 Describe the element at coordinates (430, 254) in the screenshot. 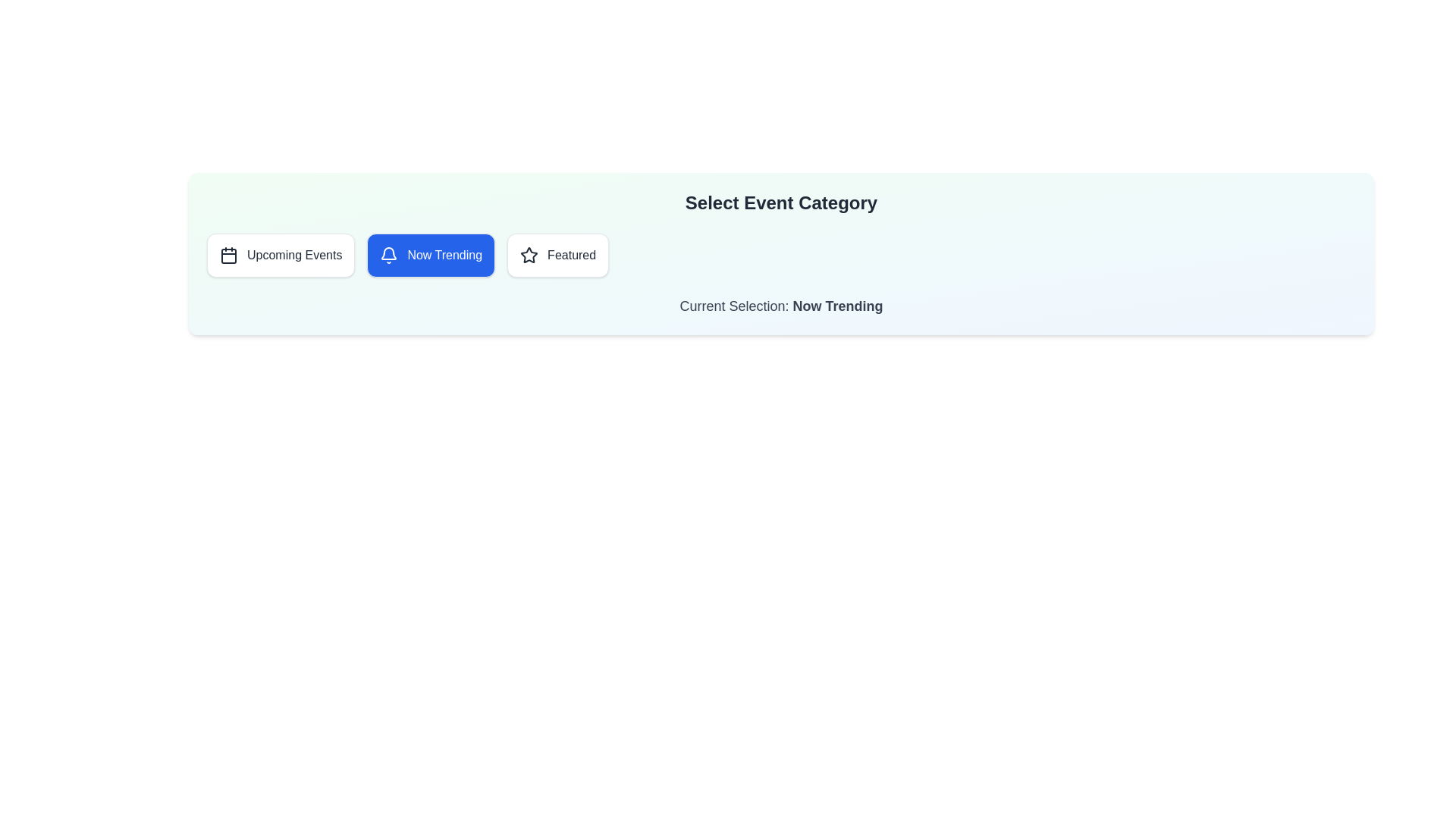

I see `the 'Now Trending' button located centrally between the 'Upcoming Events' and 'Featured' buttons to observe hover effects` at that location.